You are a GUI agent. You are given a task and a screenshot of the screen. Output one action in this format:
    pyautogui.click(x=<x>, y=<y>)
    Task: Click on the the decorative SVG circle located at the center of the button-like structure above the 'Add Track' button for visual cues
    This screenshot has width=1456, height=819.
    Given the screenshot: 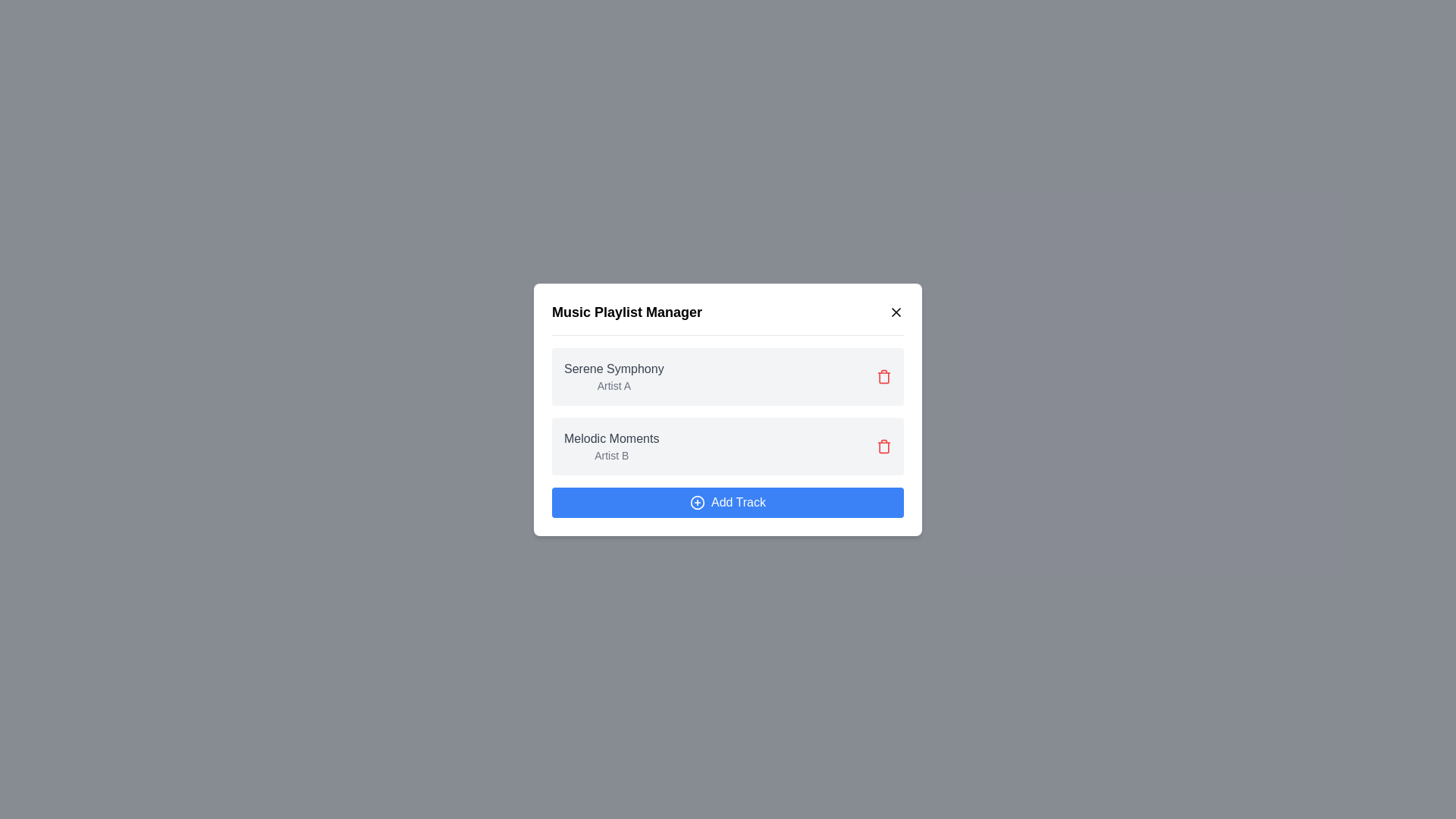 What is the action you would take?
    pyautogui.click(x=697, y=502)
    